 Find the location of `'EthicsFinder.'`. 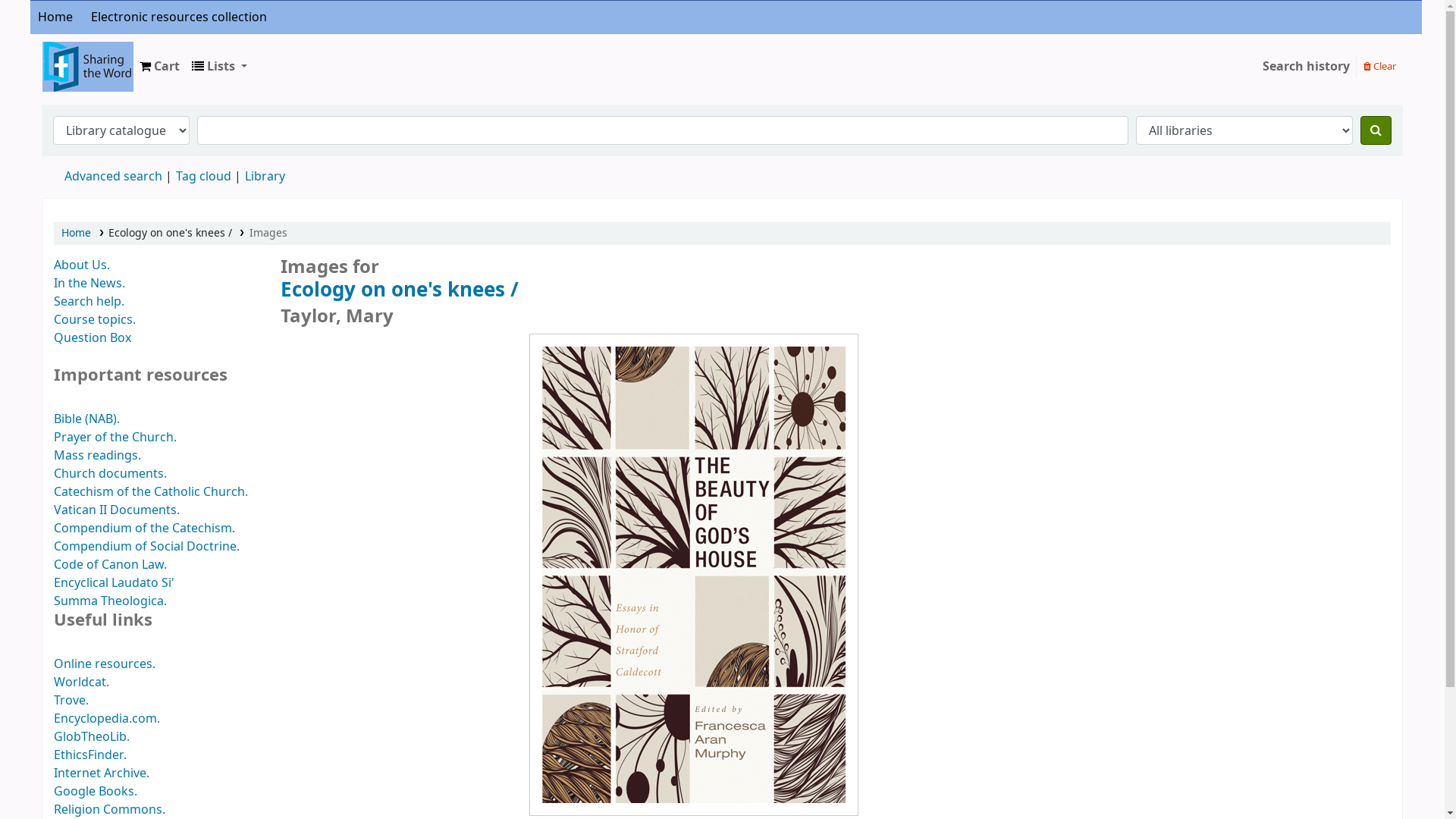

'EthicsFinder.' is located at coordinates (89, 755).